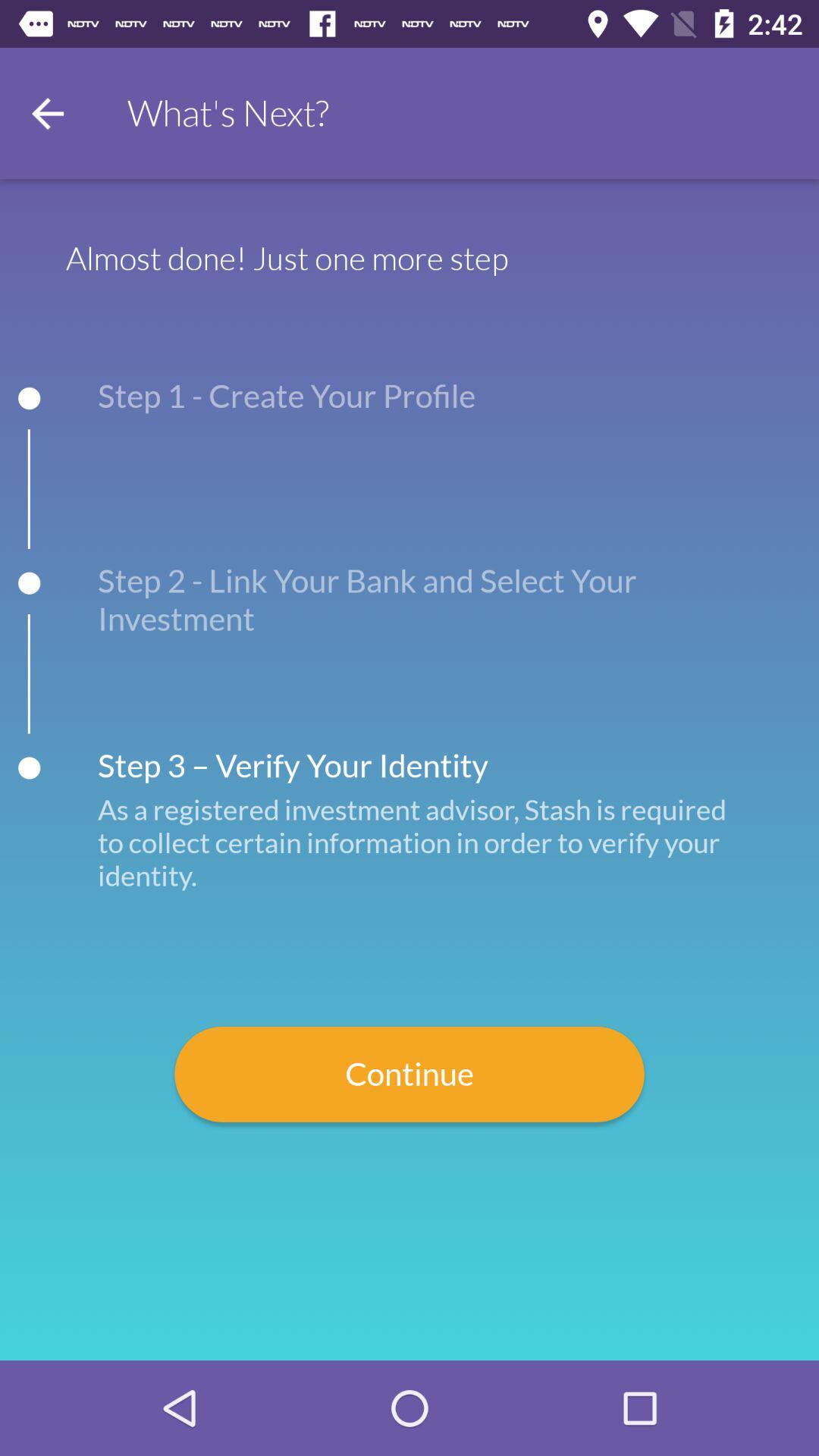 The width and height of the screenshot is (819, 1456). What do you see at coordinates (46, 112) in the screenshot?
I see `the arrow_backward icon` at bounding box center [46, 112].